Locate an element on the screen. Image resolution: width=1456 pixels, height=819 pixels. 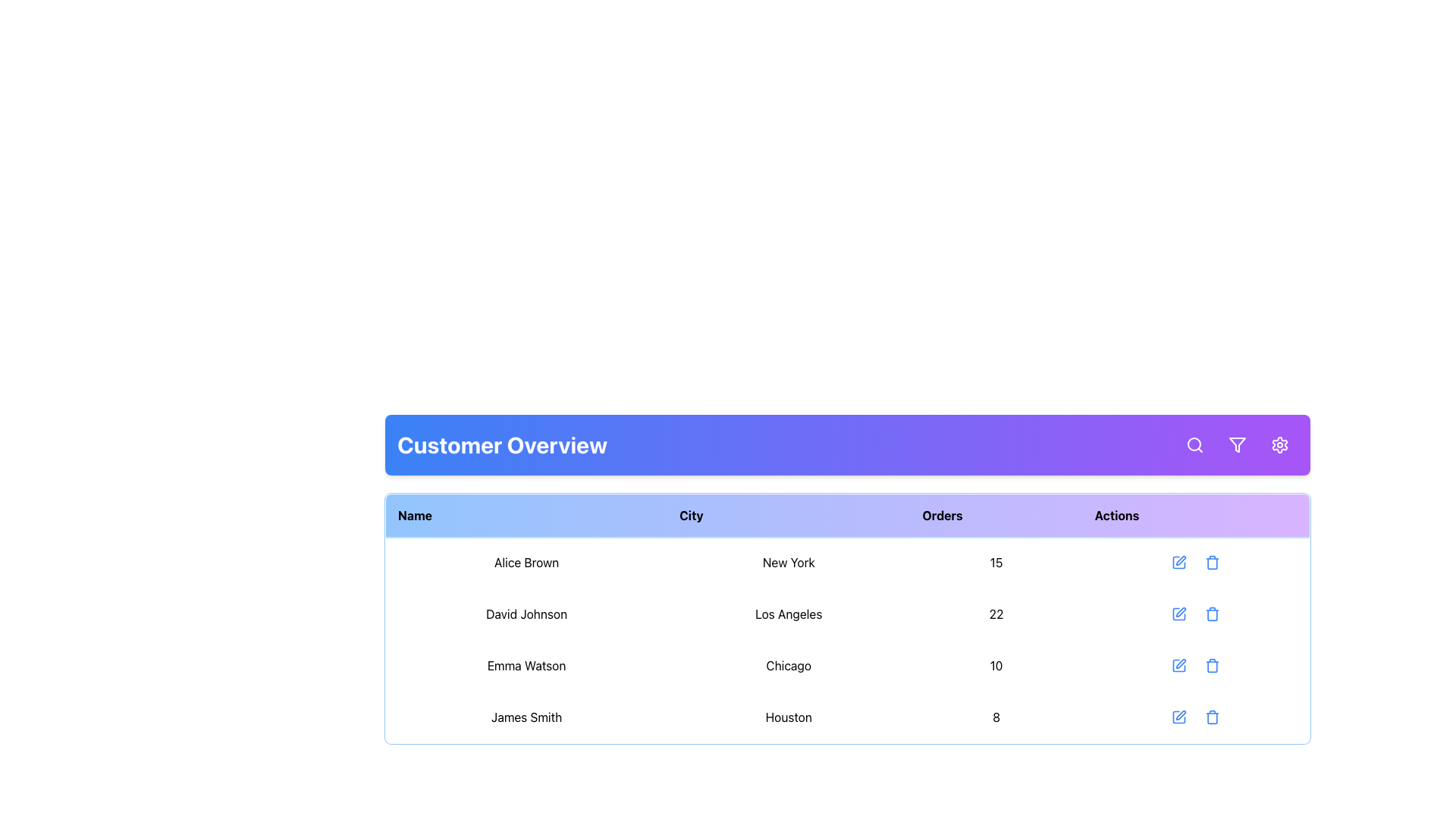
the static text label displaying 'Alice Brown' in the first row of the 'Name' column within the table is located at coordinates (526, 562).